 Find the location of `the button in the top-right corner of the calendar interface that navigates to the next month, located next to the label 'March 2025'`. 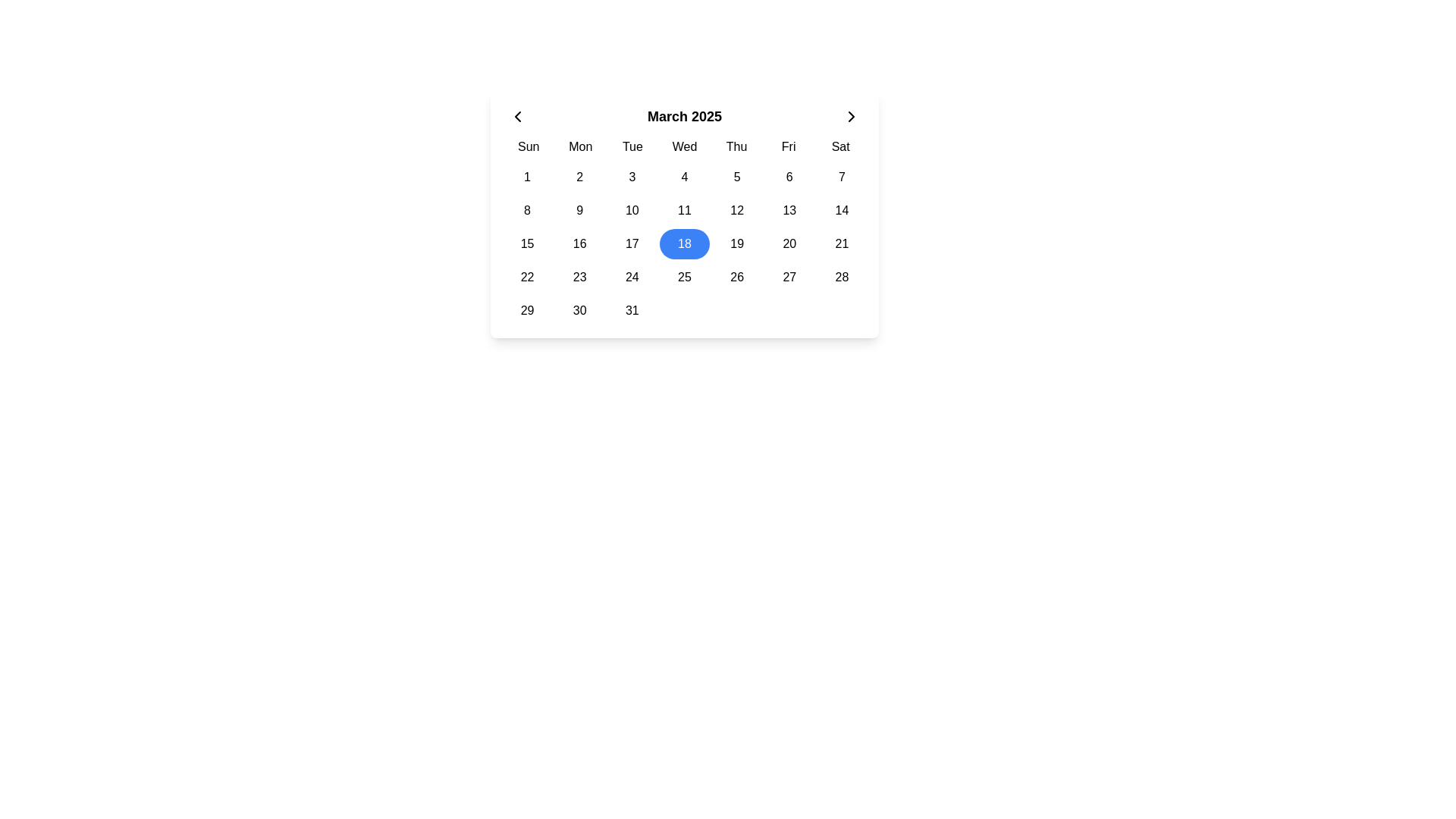

the button in the top-right corner of the calendar interface that navigates to the next month, located next to the label 'March 2025' is located at coordinates (852, 116).